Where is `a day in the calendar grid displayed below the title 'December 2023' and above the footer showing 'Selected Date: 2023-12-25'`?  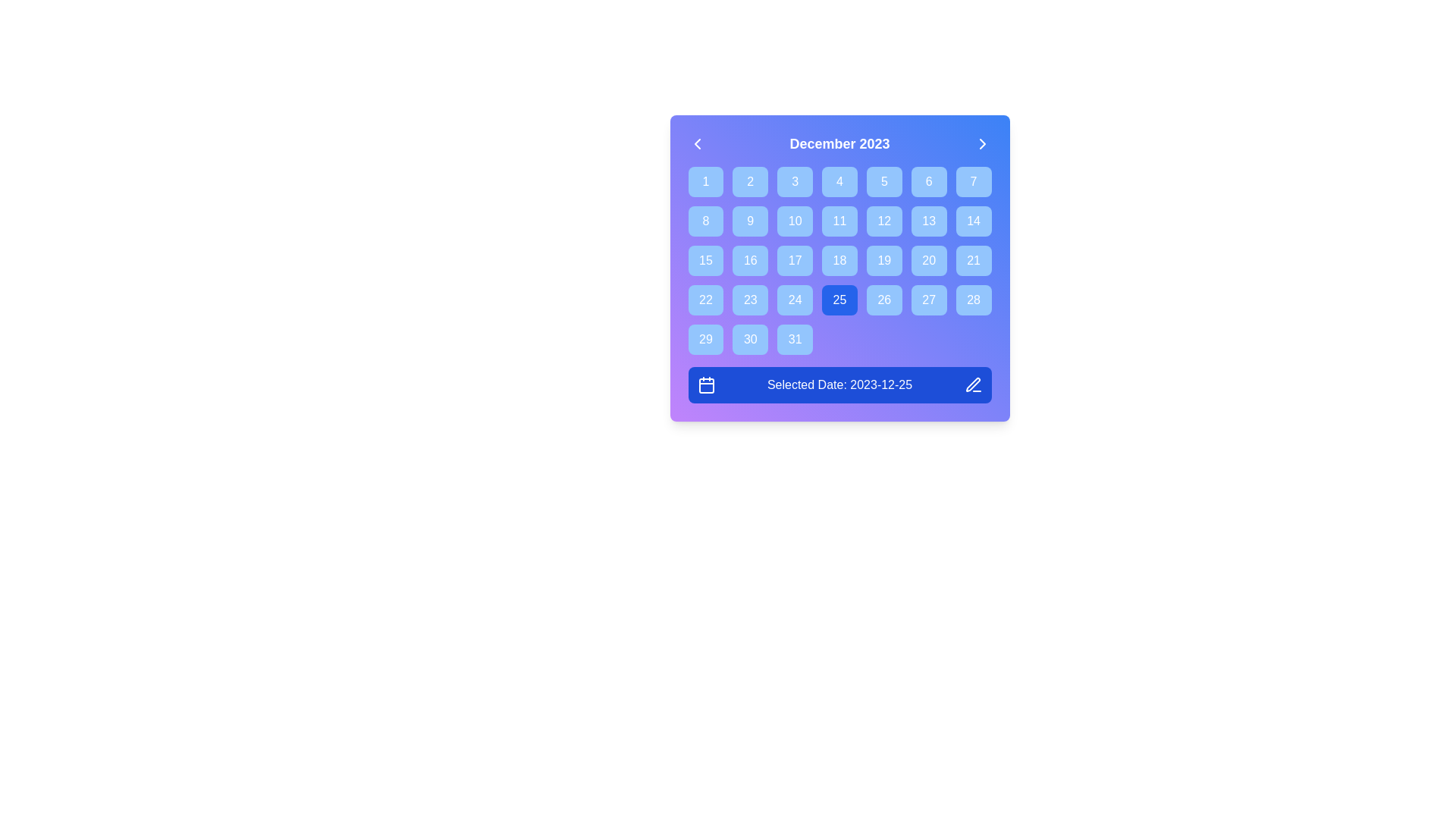 a day in the calendar grid displayed below the title 'December 2023' and above the footer showing 'Selected Date: 2023-12-25' is located at coordinates (839, 259).